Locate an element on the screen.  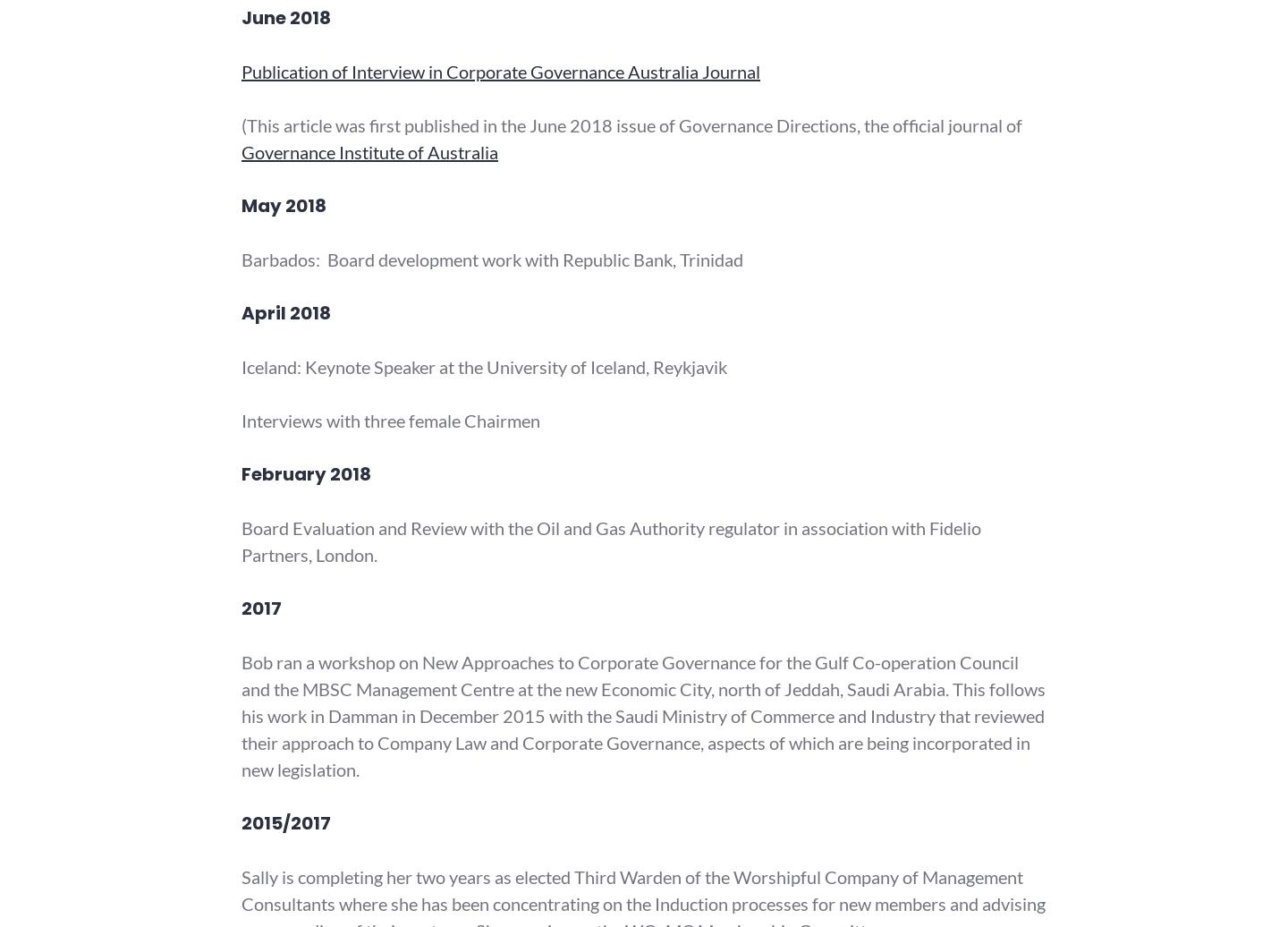
'Publication of Interview in Corporate Governance Australia Journal' is located at coordinates (241, 71).